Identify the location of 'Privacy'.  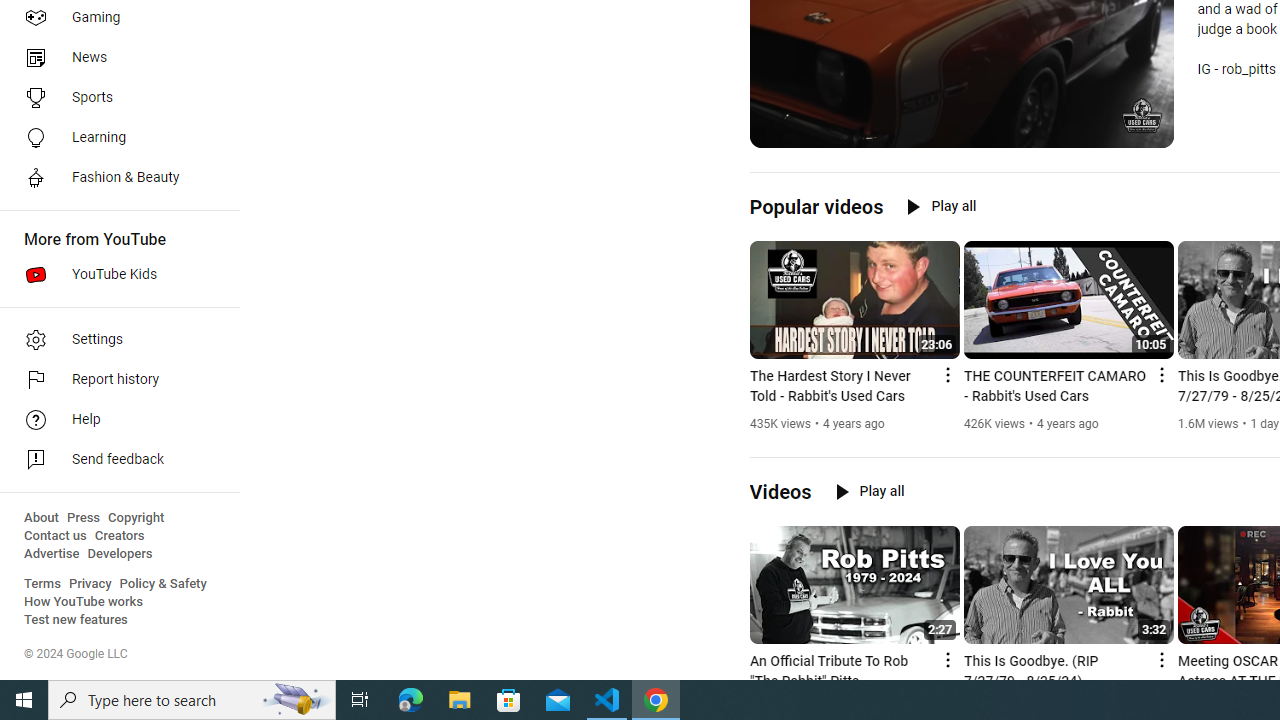
(89, 584).